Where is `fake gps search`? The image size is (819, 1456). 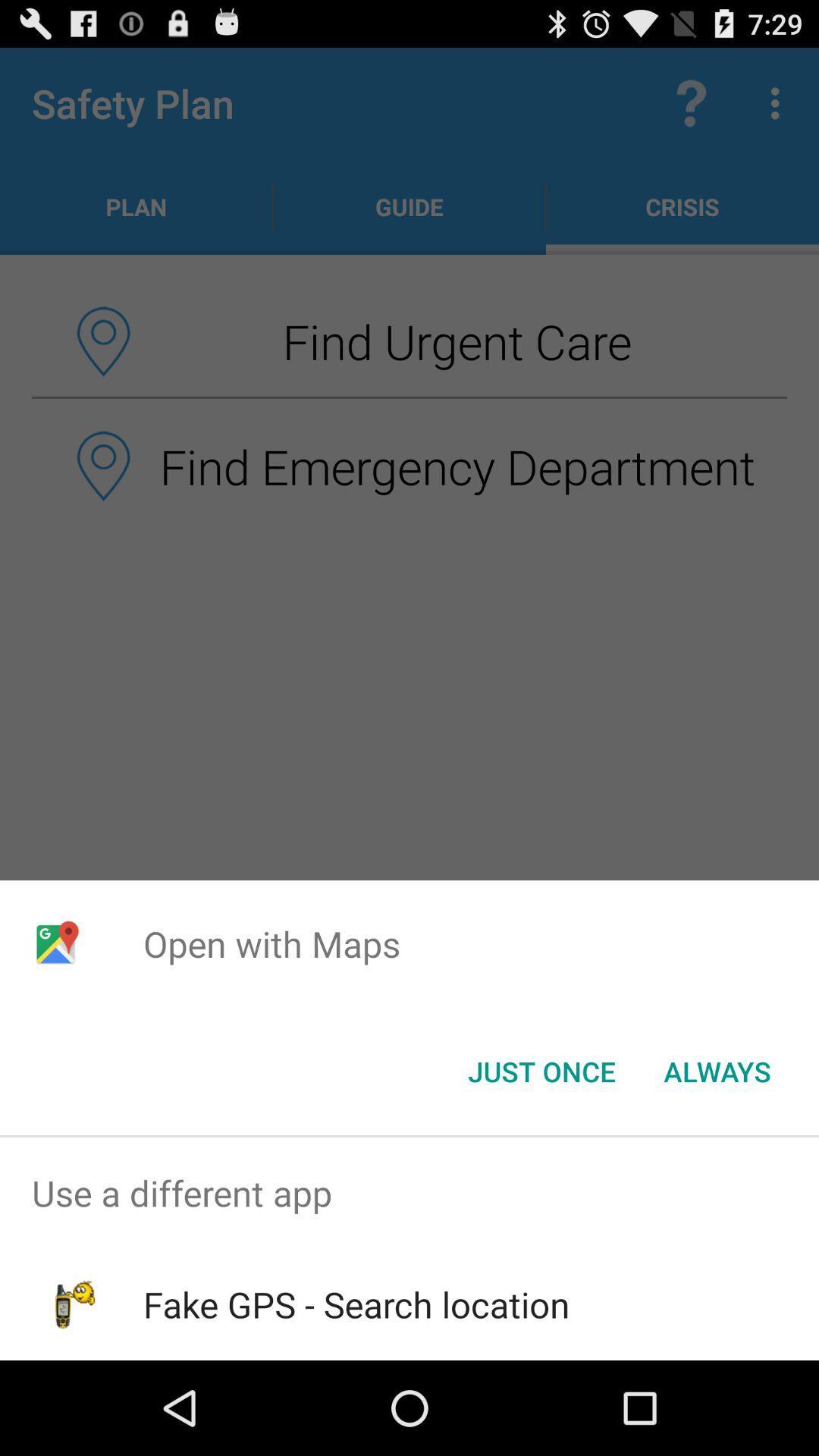
fake gps search is located at coordinates (356, 1304).